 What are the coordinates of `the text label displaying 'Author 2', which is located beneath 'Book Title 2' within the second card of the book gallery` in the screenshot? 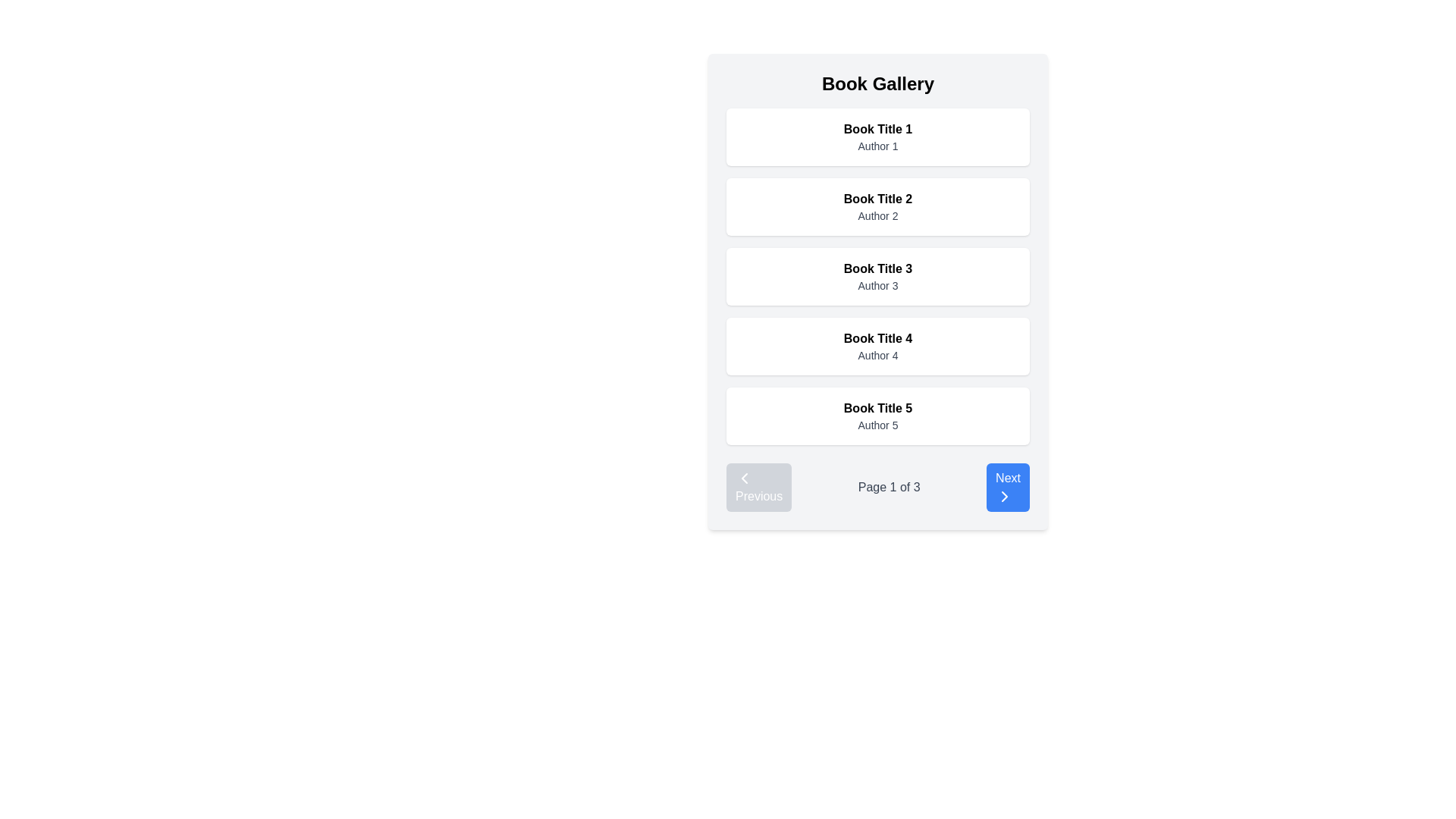 It's located at (877, 216).